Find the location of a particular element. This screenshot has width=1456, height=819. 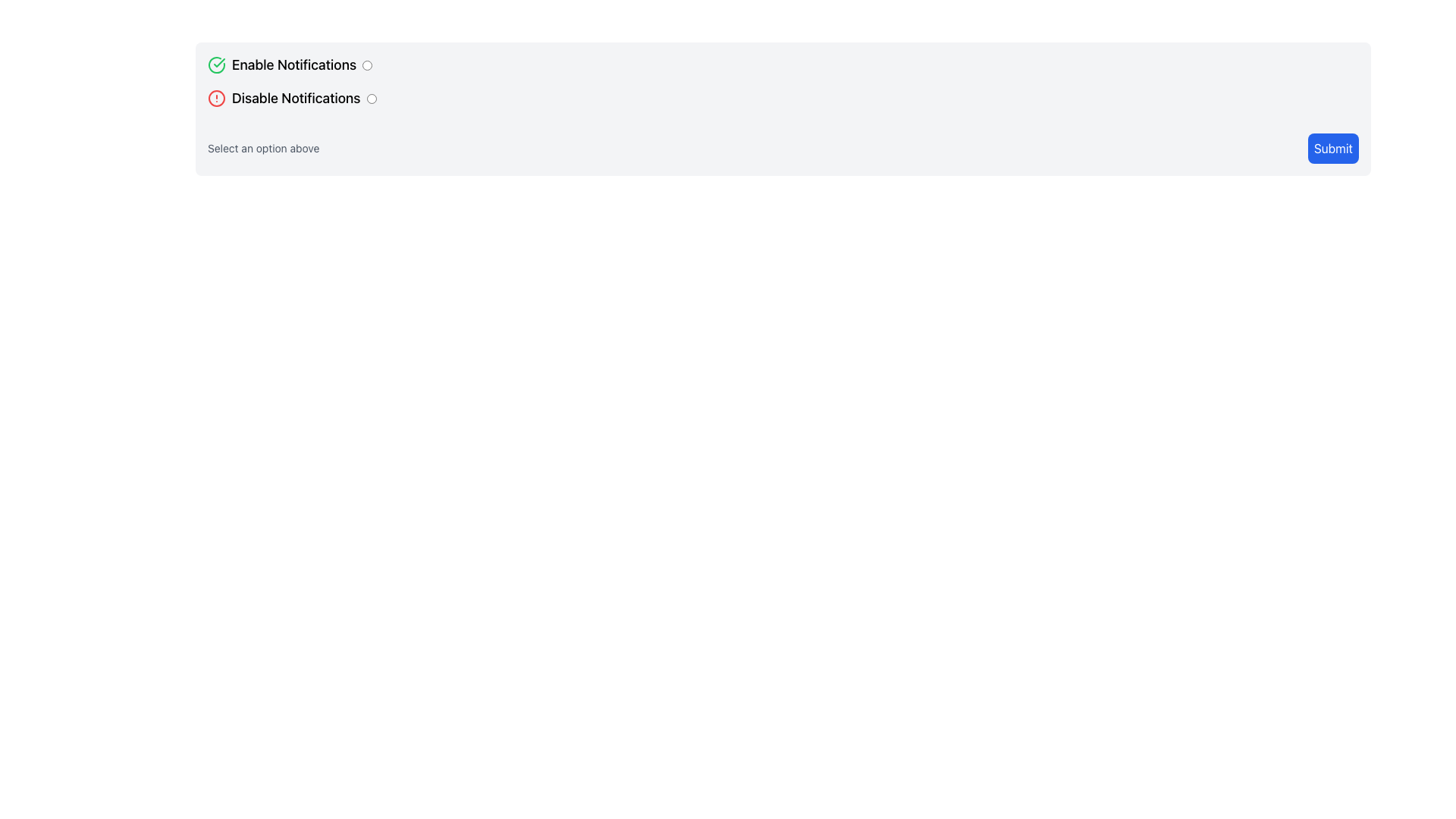

the status confirmation icon indicating that the 'Enable Notifications' option is selected, located to the left of the text label is located at coordinates (216, 64).